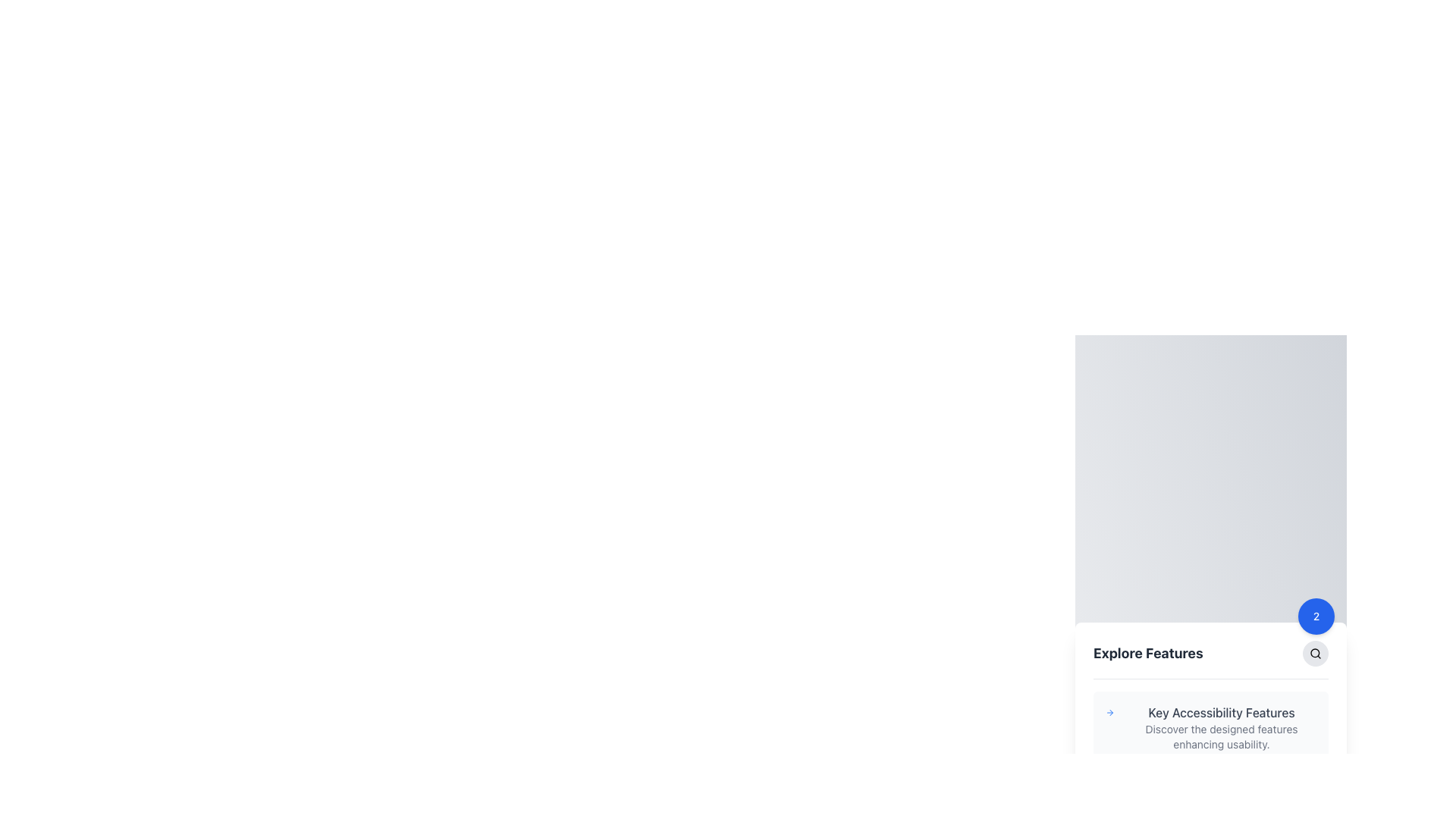 The height and width of the screenshot is (819, 1456). What do you see at coordinates (1222, 736) in the screenshot?
I see `text label that says 'Discover the designed features enhancing usability.' located below the headline 'Key Accessibility Features' in the 'Explore Features' section` at bounding box center [1222, 736].